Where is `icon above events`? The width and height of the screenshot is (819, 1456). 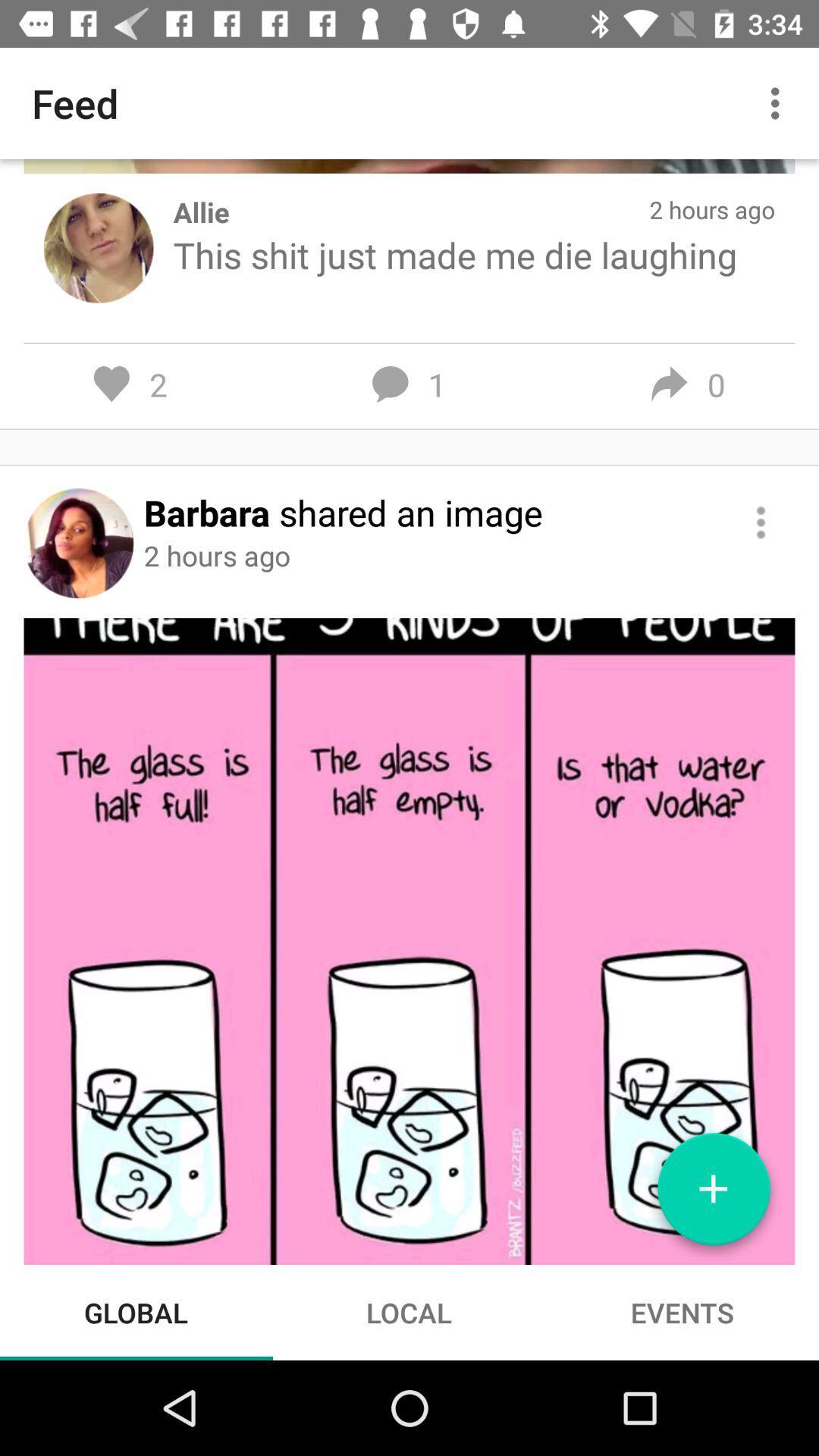 icon above events is located at coordinates (714, 1194).